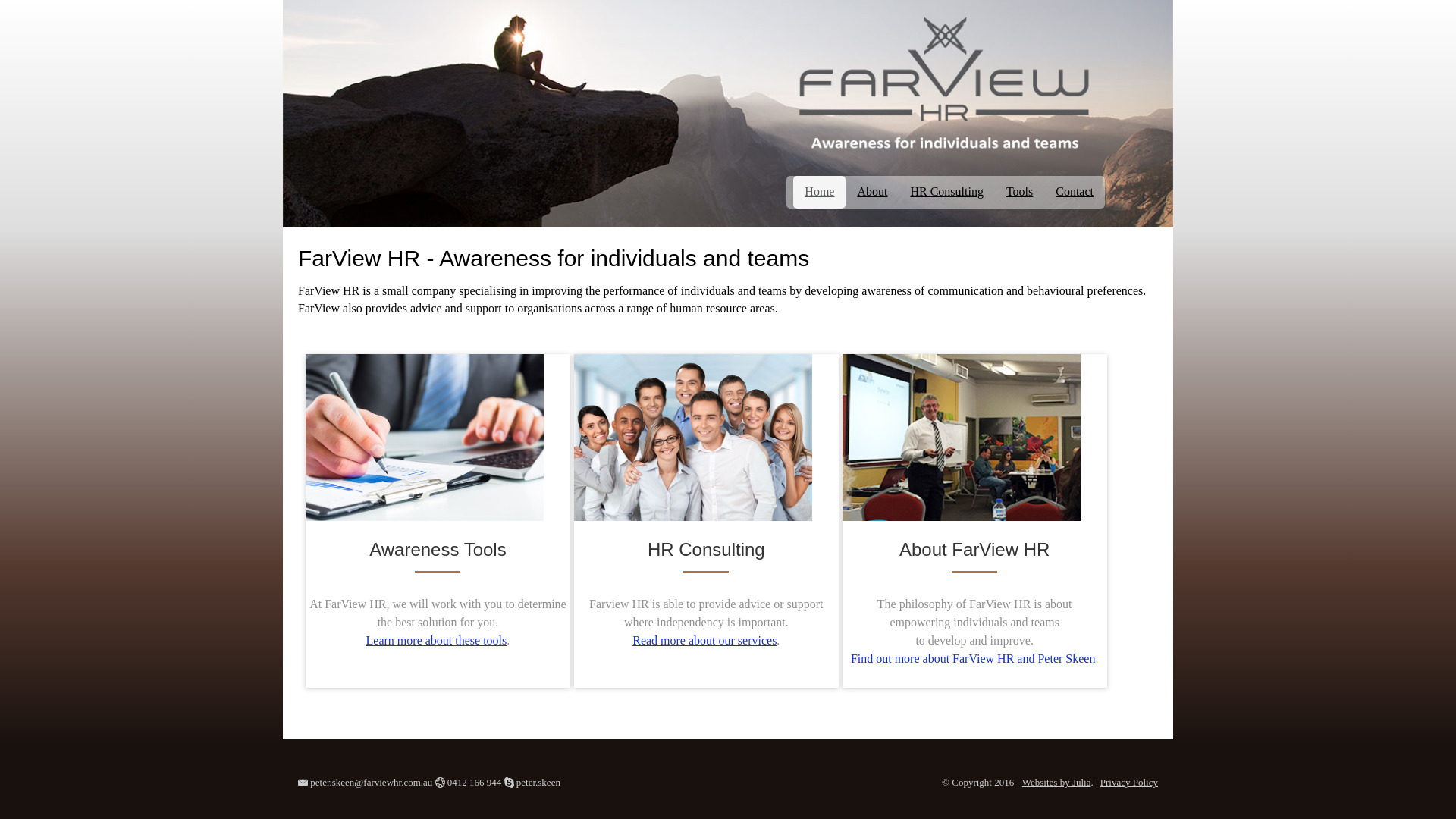 The width and height of the screenshot is (1456, 819). I want to click on 'Privacy Policy', so click(1128, 782).